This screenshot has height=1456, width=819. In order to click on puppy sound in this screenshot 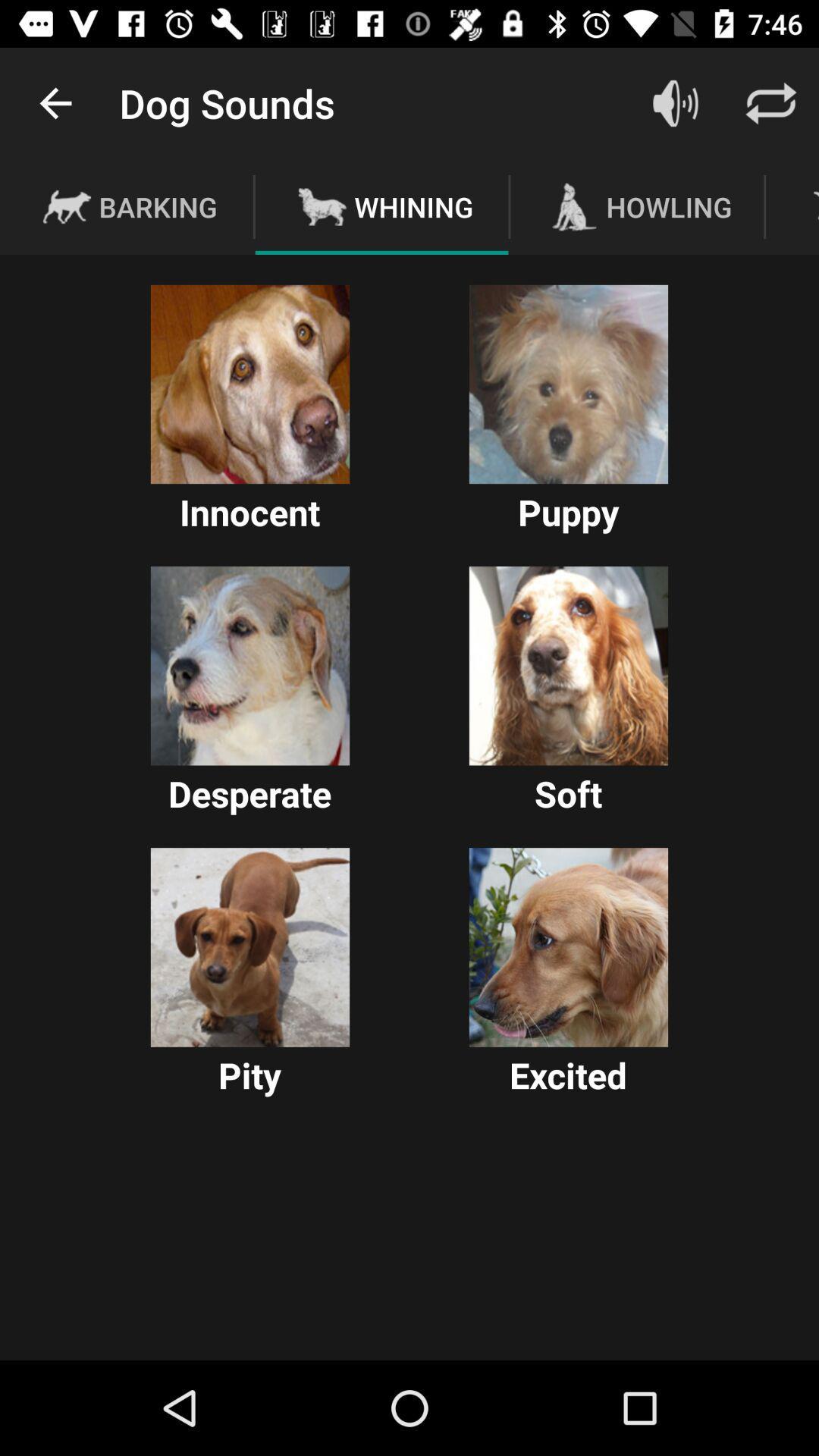, I will do `click(568, 384)`.